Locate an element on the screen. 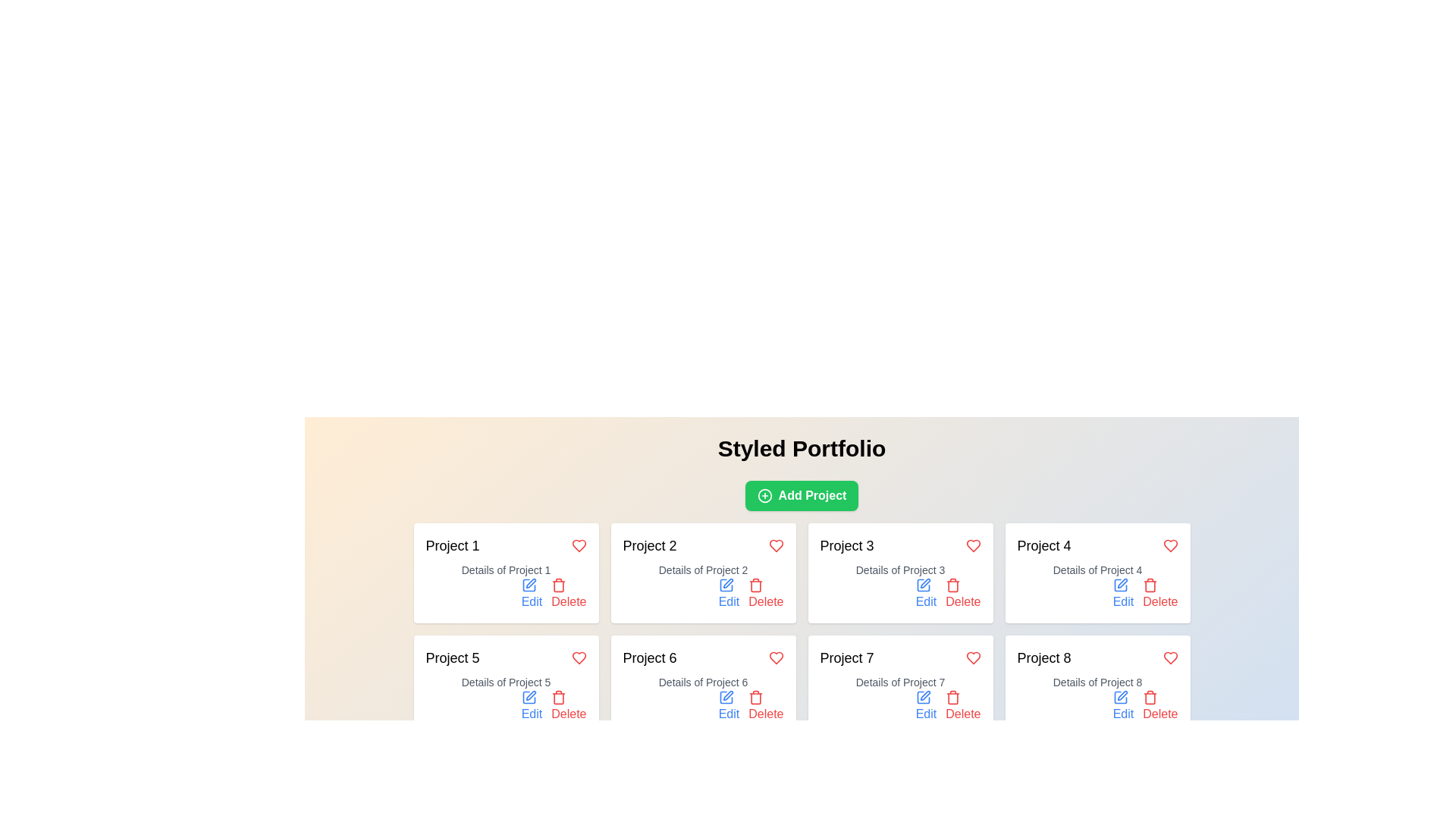 This screenshot has height=819, width=1456. the delete icon located at the bottom-right of the Project 8 card is located at coordinates (1150, 698).